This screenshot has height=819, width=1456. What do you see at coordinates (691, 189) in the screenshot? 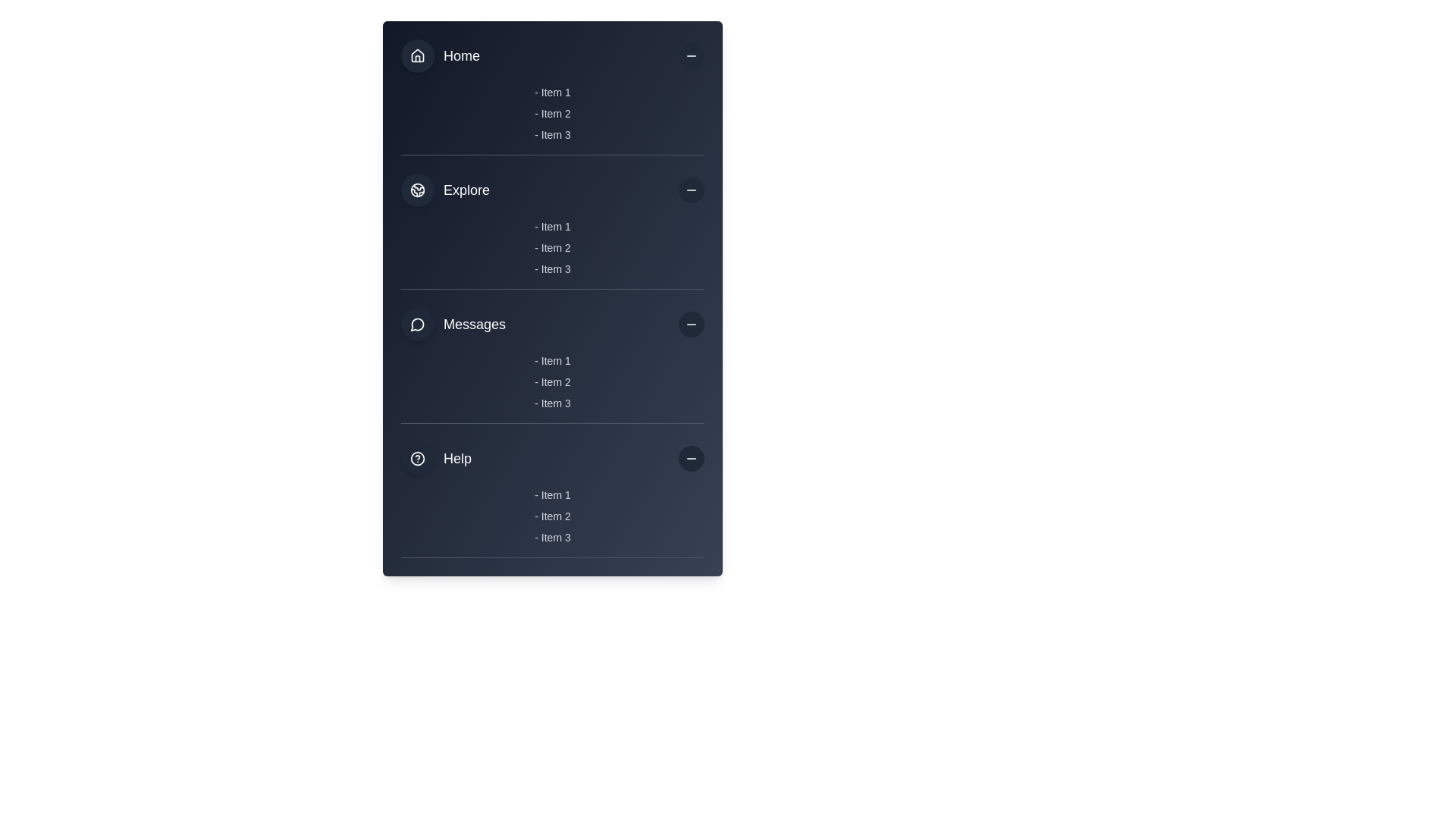
I see `the collapse button located in the 'Explore' section of the vertical menu to hide the sub-items under 'Explore'` at bounding box center [691, 189].